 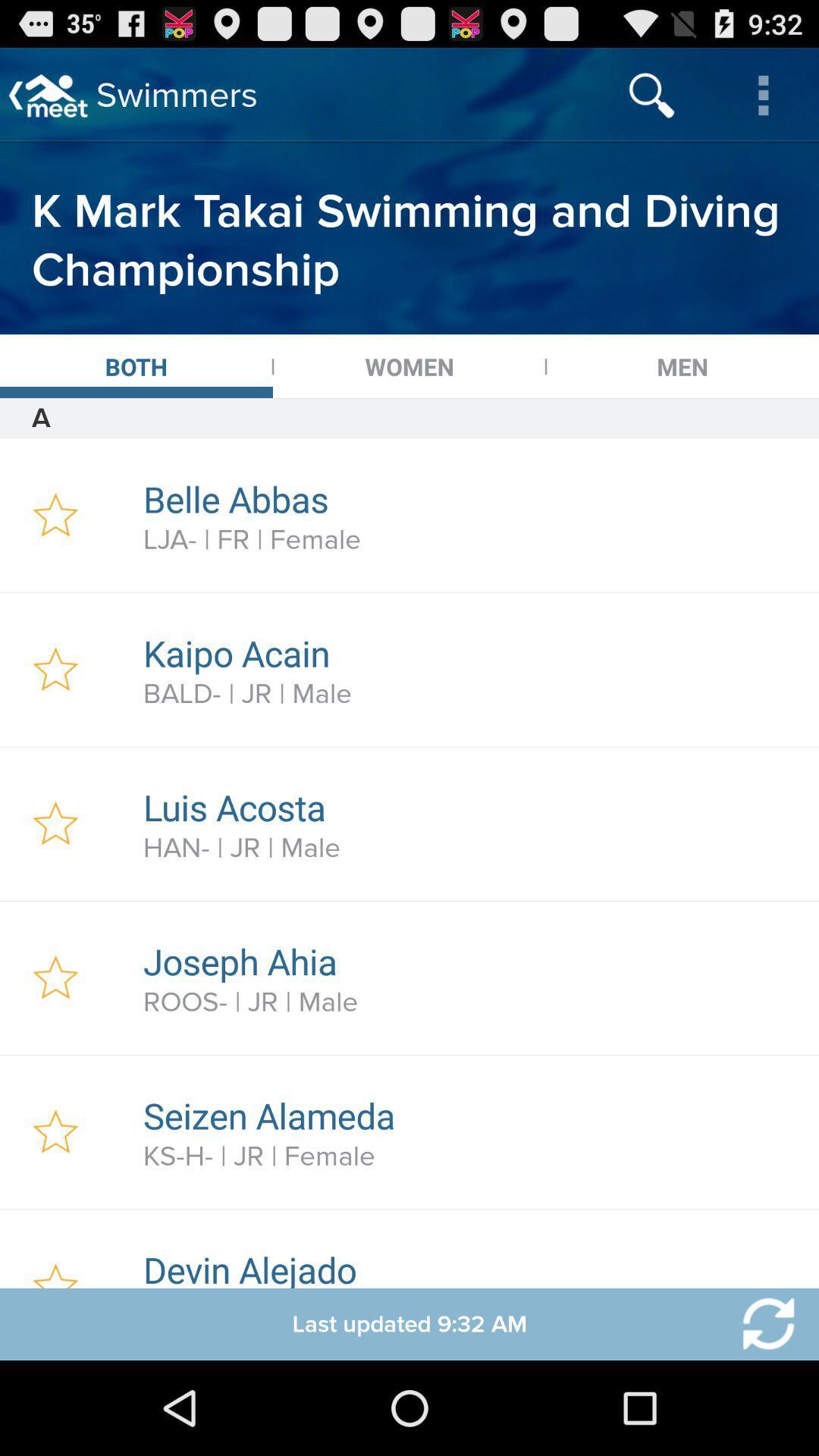 I want to click on kaipo acain, so click(x=472, y=653).